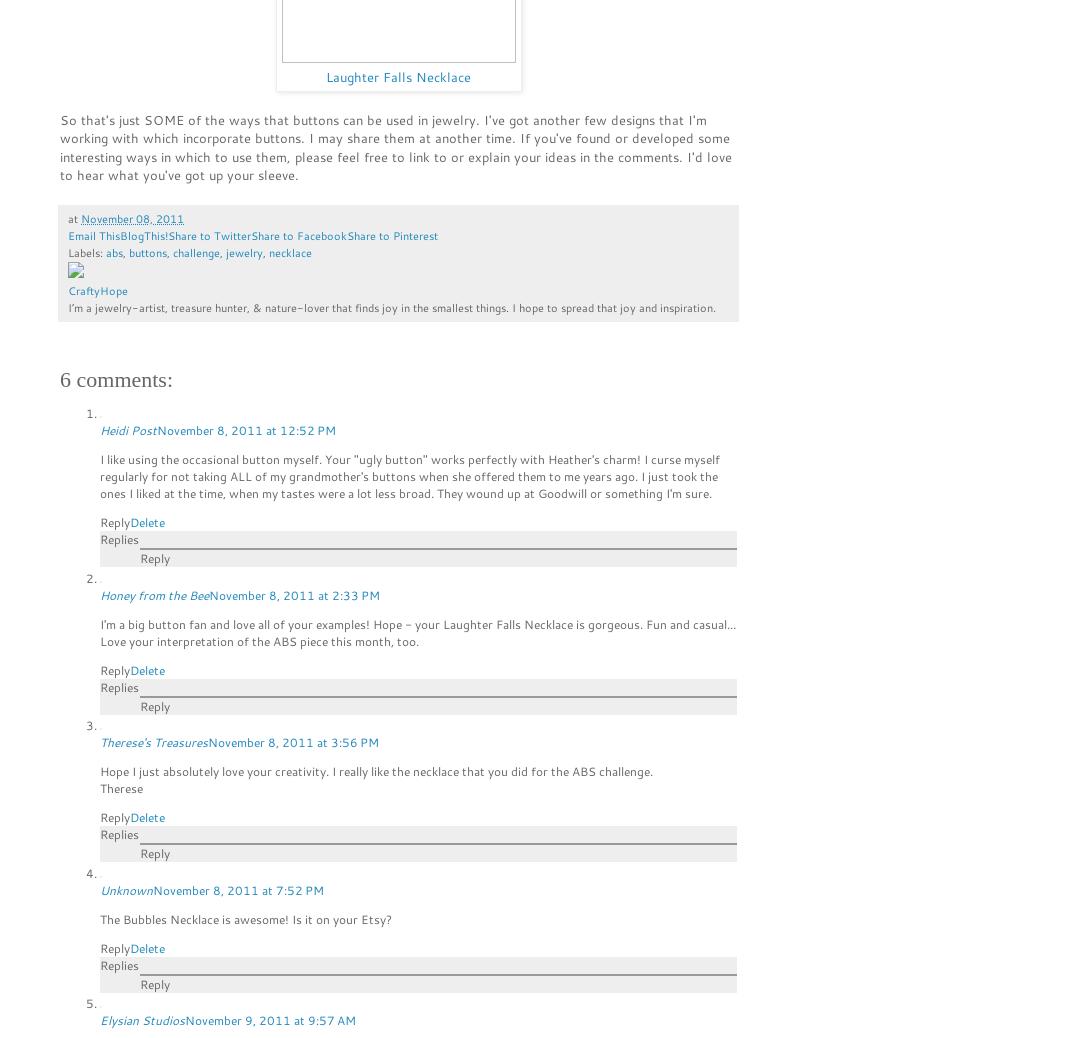 This screenshot has width=1075, height=1038. Describe the element at coordinates (131, 216) in the screenshot. I see `'November 08, 2011'` at that location.